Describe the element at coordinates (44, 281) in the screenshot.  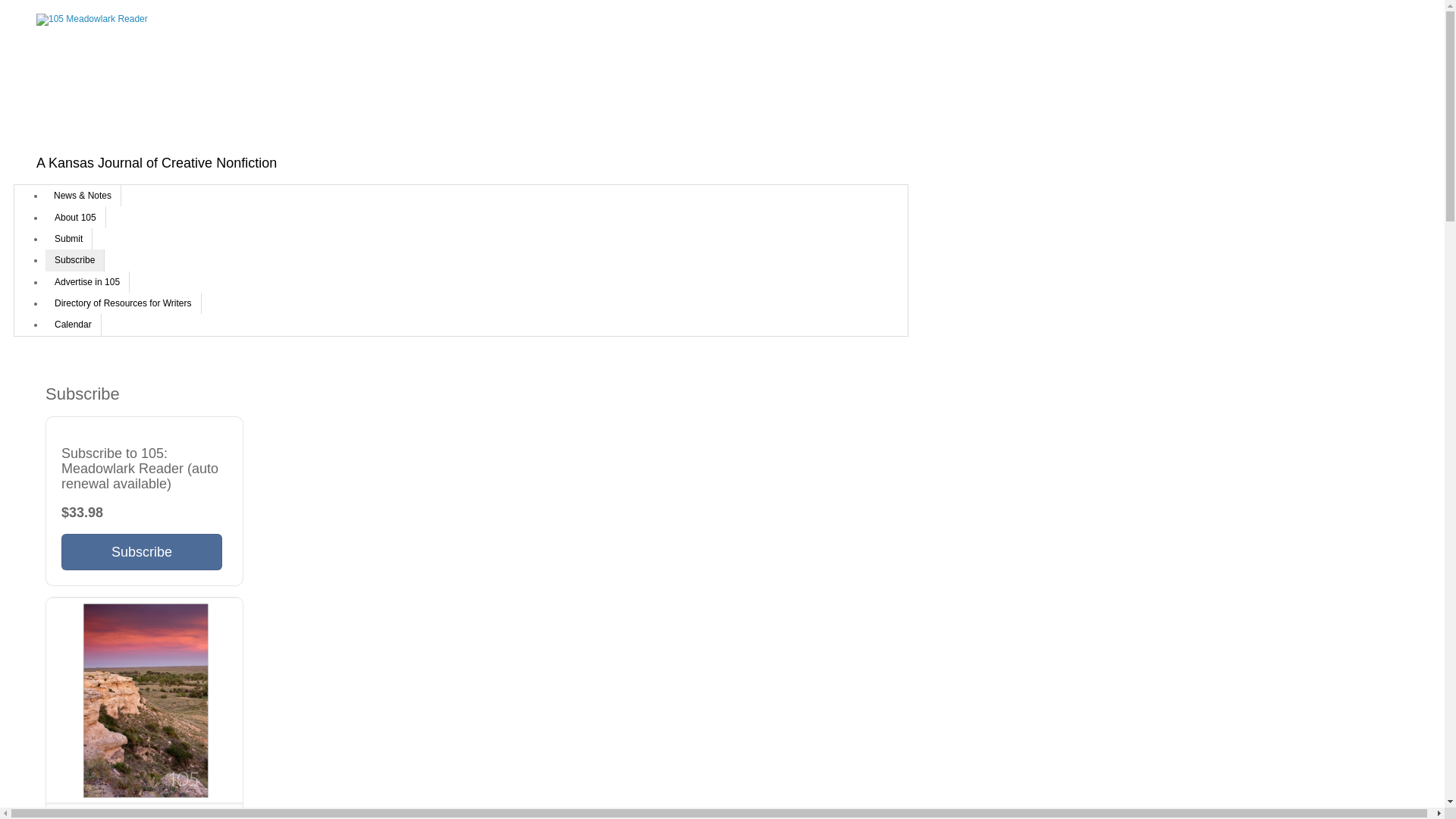
I see `'Advertise in 105'` at that location.